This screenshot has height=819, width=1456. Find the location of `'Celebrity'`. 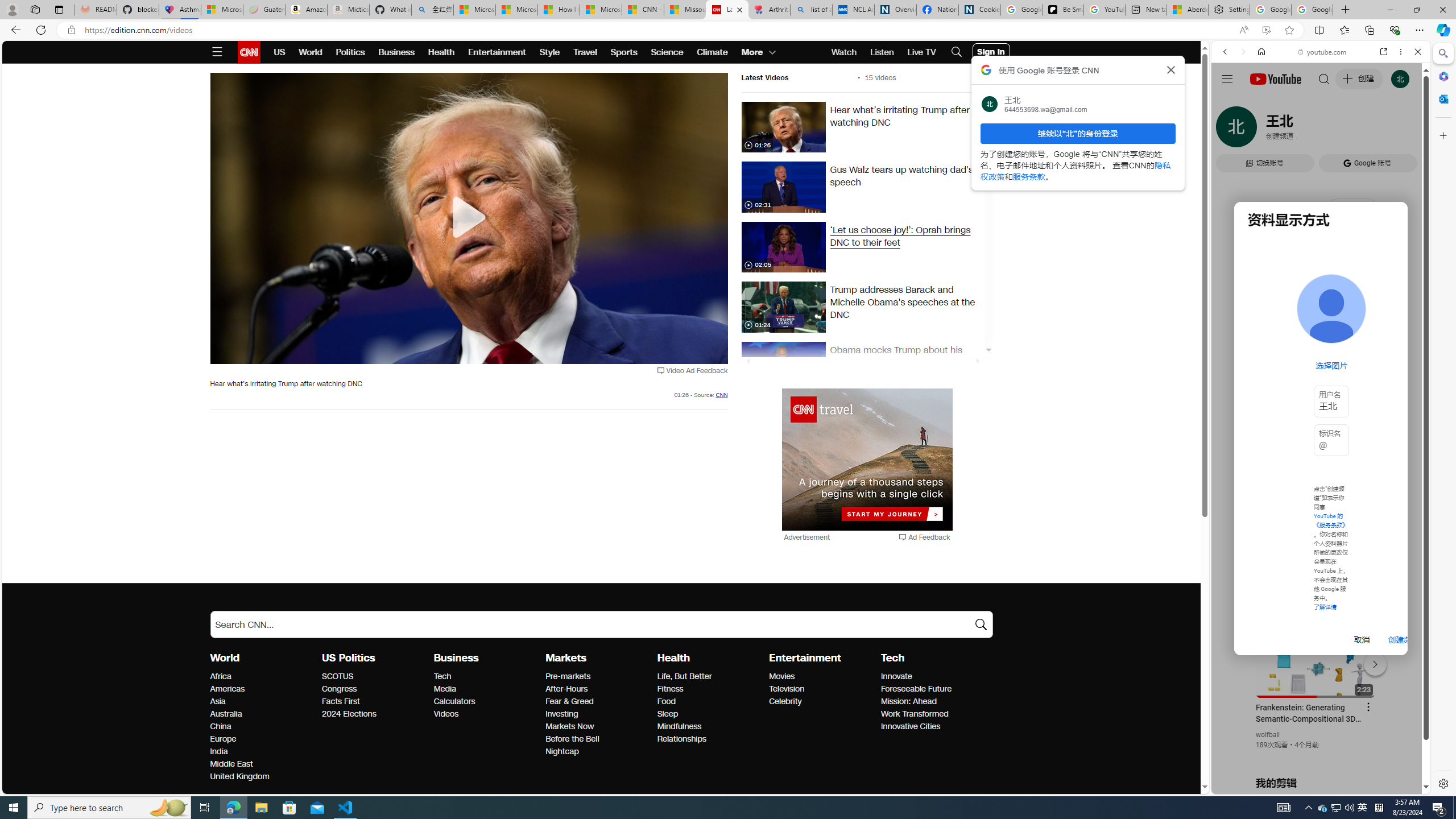

'Celebrity' is located at coordinates (821, 701).